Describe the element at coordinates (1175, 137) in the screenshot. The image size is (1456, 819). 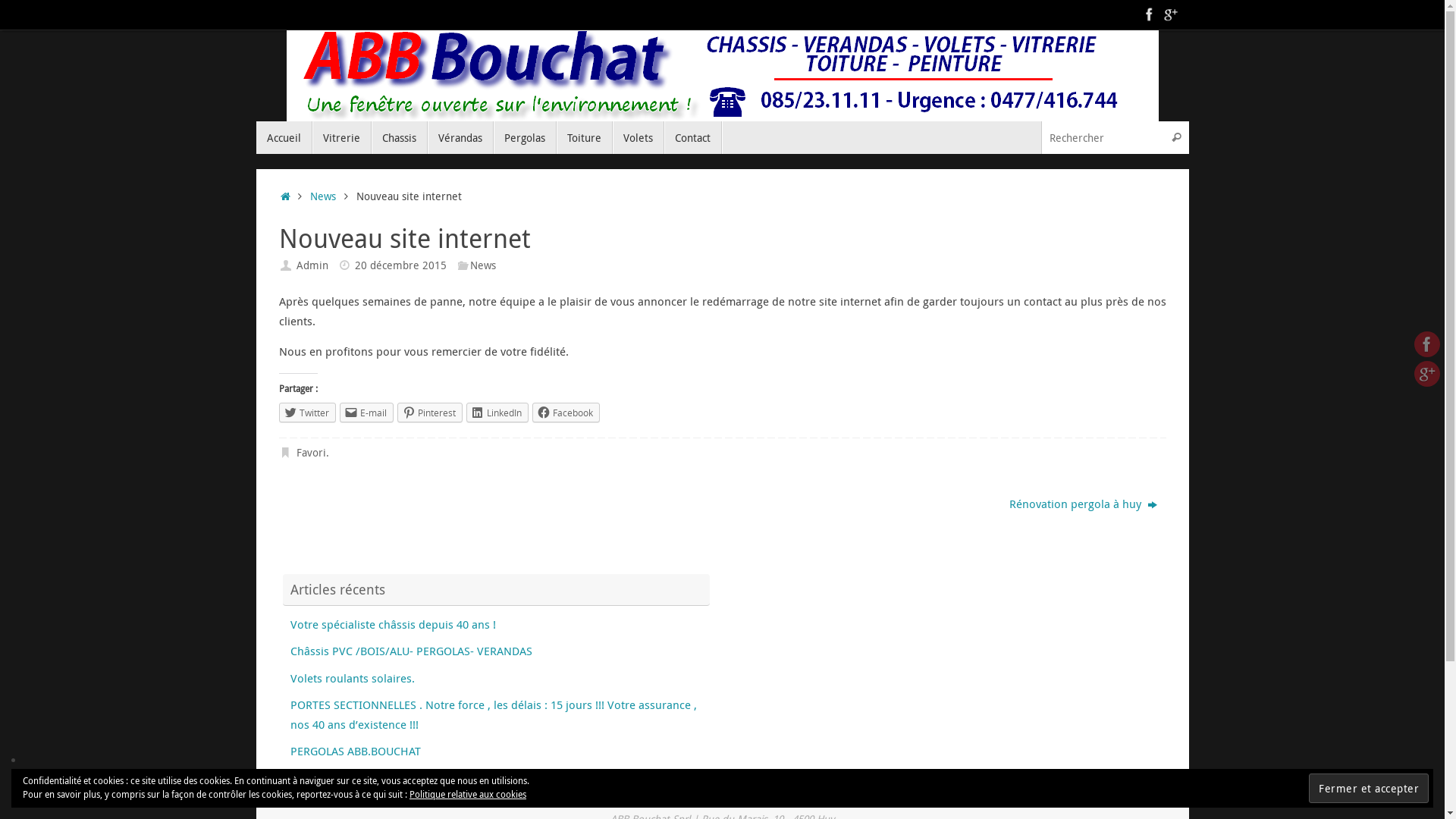
I see `'Rechercher'` at that location.